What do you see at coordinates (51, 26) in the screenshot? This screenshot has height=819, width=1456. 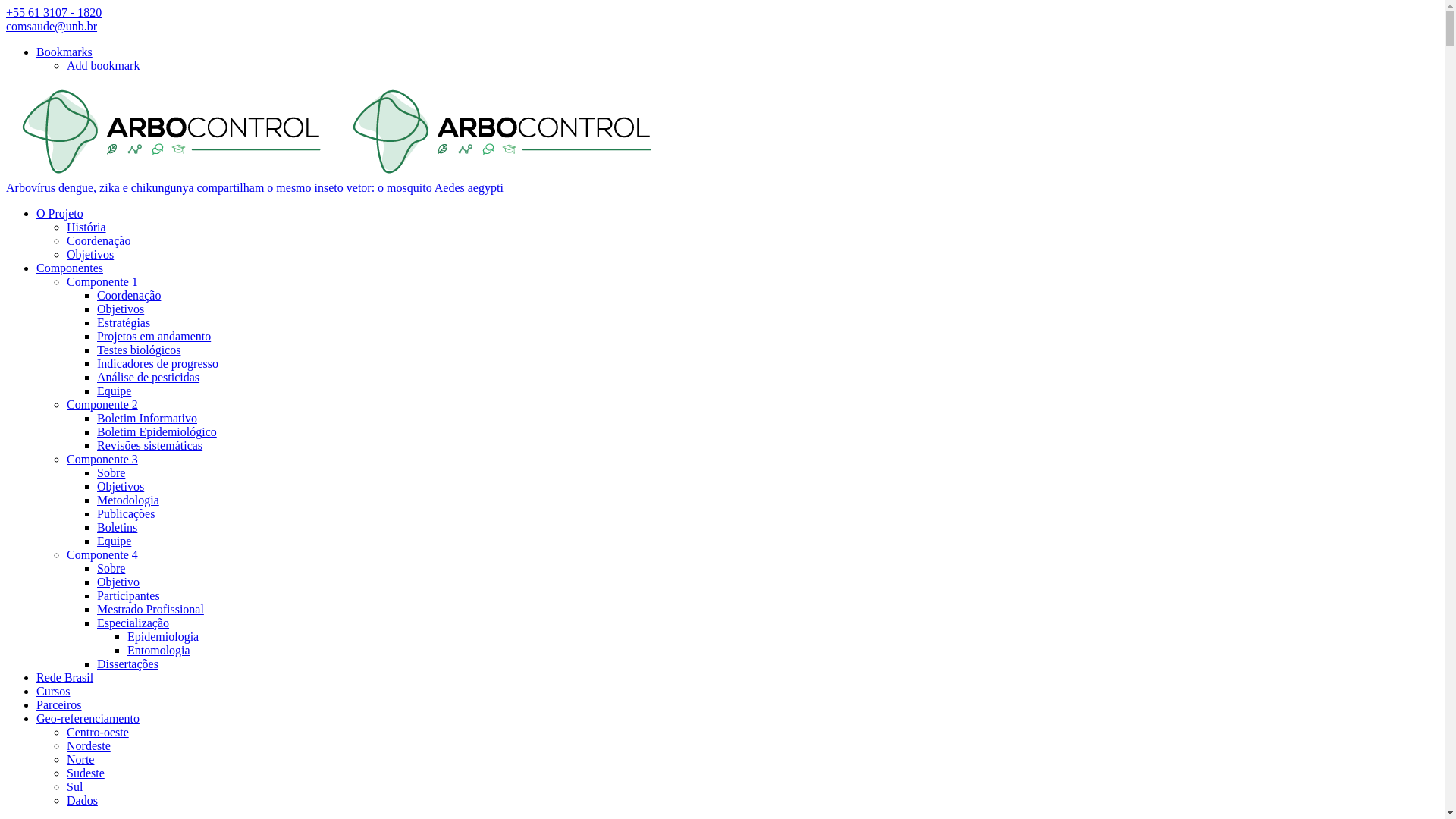 I see `'comsaude@unb.br'` at bounding box center [51, 26].